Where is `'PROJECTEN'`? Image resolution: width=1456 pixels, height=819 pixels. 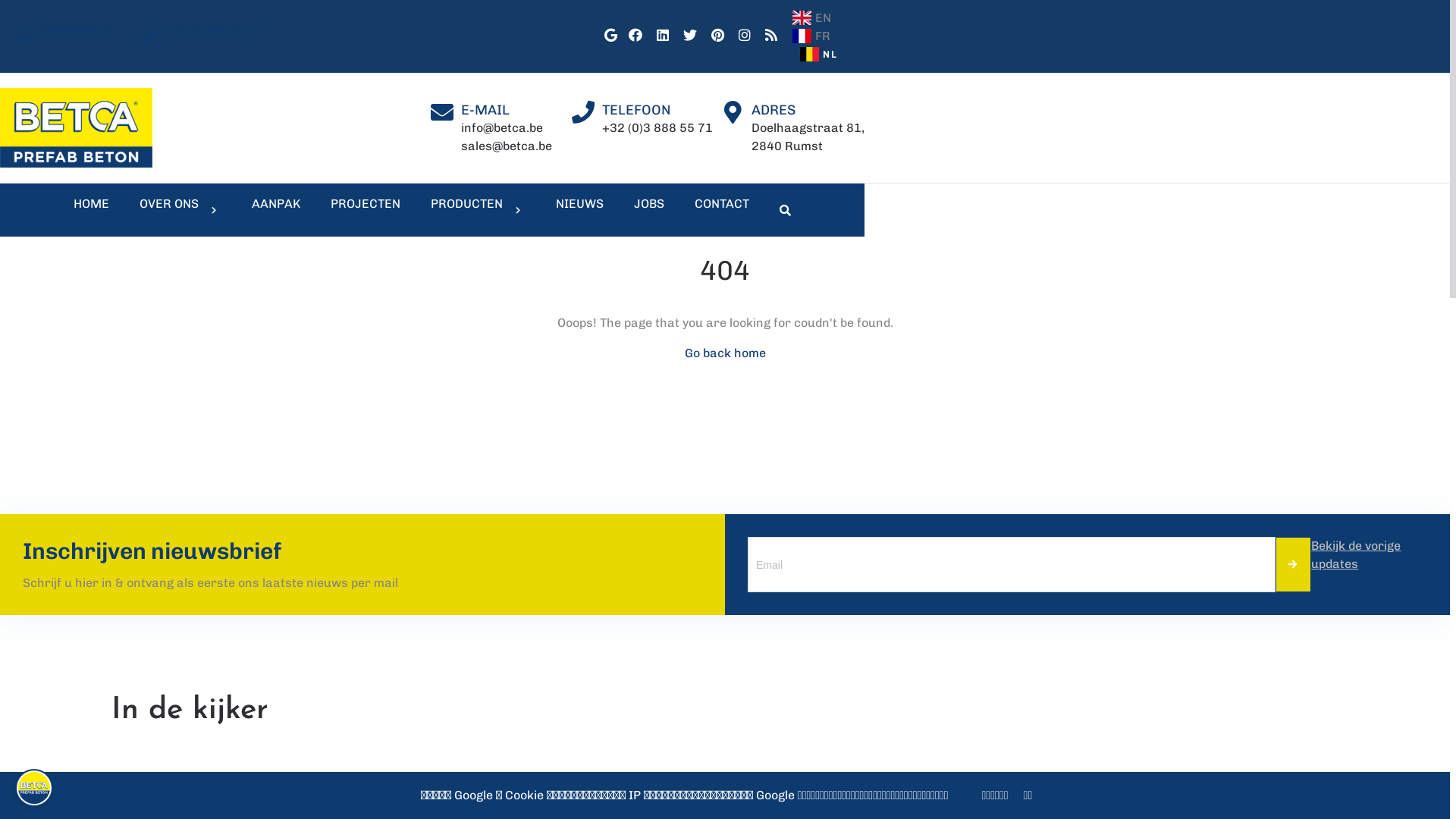 'PROJECTEN' is located at coordinates (365, 210).